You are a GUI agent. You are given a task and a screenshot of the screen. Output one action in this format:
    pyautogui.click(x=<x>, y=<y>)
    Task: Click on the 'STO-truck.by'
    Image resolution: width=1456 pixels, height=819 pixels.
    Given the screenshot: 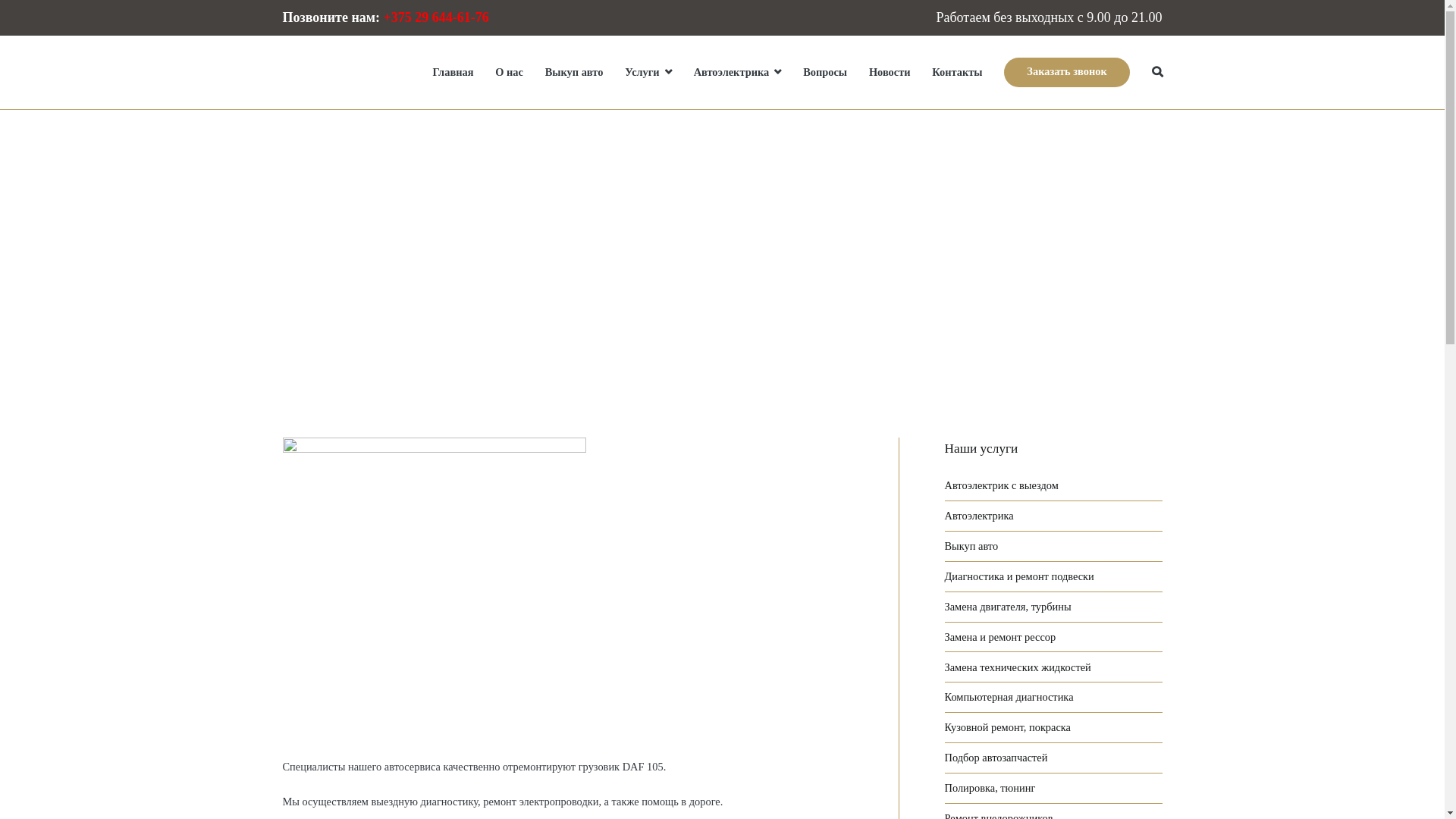 What is the action you would take?
    pyautogui.click(x=336, y=82)
    